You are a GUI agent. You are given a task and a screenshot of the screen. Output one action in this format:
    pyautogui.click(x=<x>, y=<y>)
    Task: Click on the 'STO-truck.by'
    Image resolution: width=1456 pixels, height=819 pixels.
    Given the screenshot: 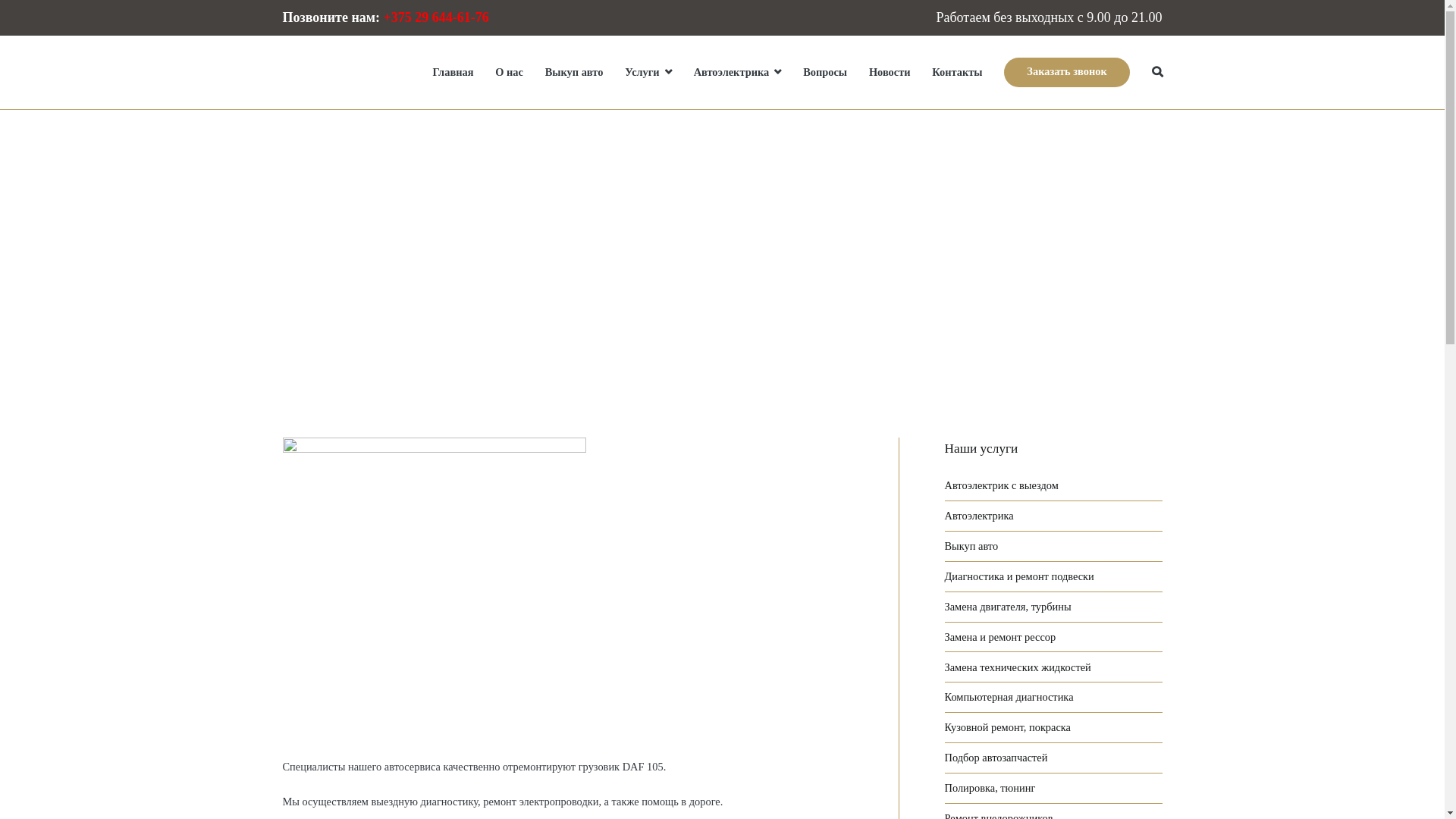 What is the action you would take?
    pyautogui.click(x=336, y=82)
    